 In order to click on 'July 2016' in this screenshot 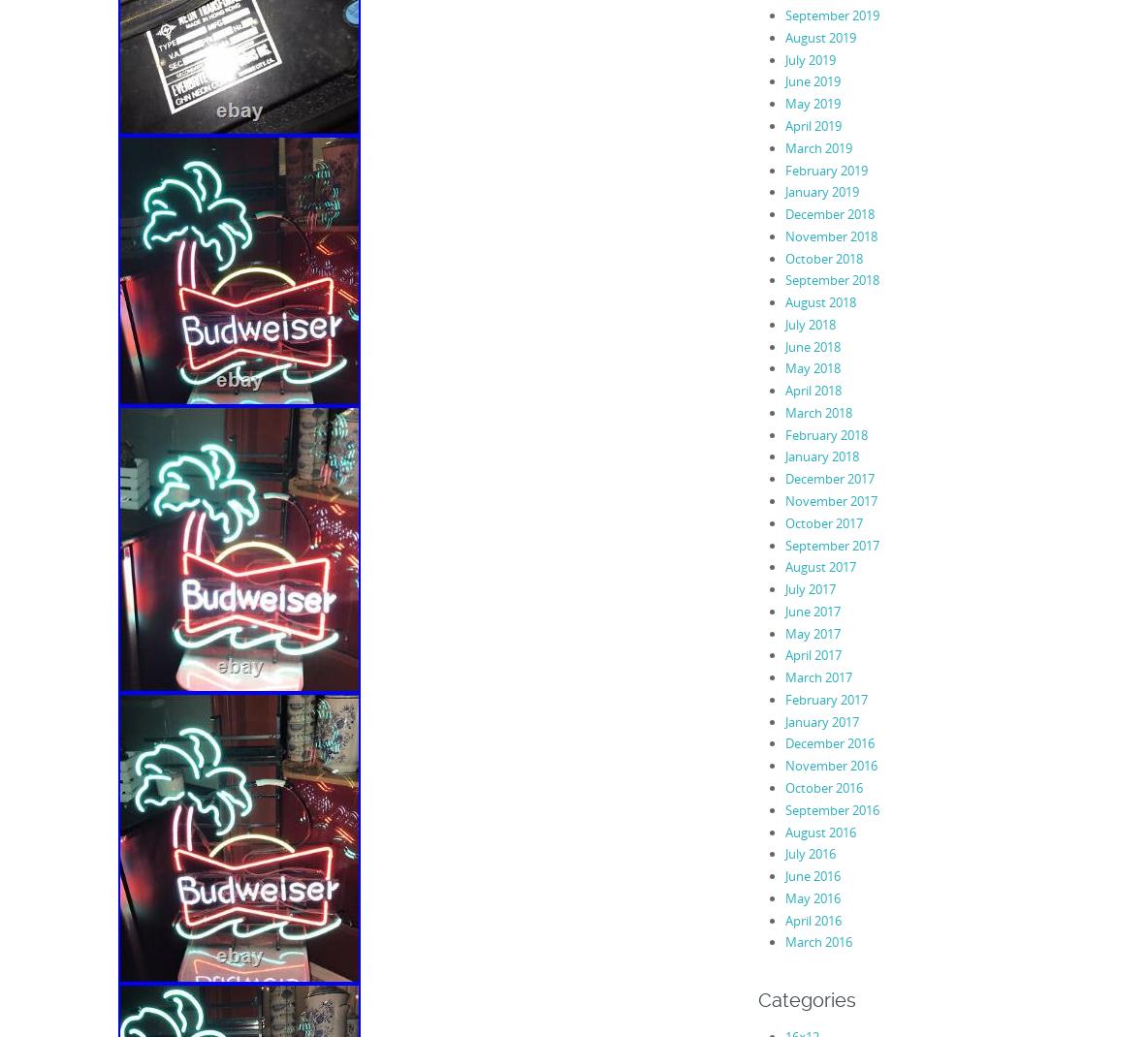, I will do `click(783, 854)`.